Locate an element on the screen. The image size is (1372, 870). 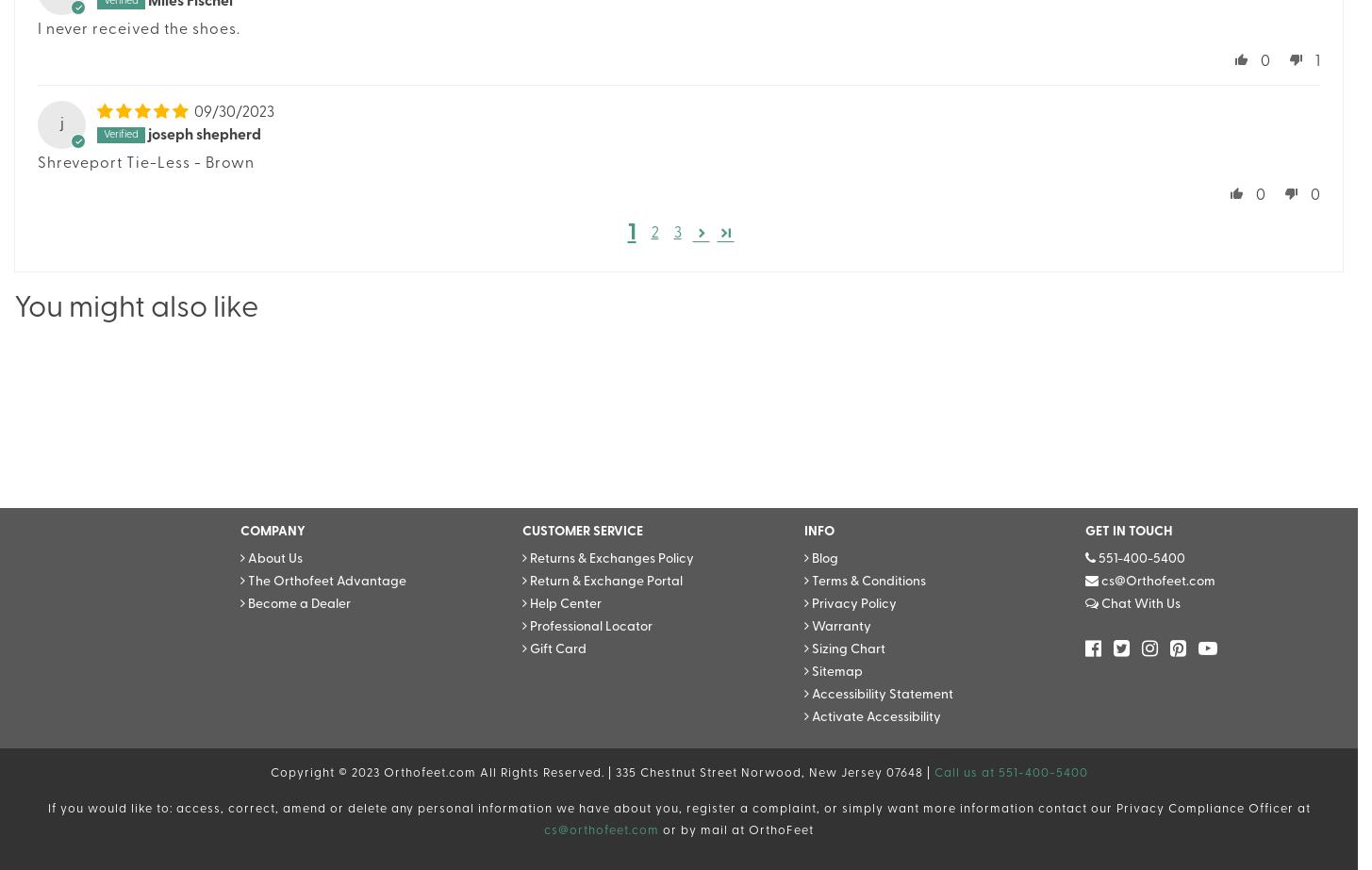
'Shreveport Tie-Less - Brown' is located at coordinates (145, 163).